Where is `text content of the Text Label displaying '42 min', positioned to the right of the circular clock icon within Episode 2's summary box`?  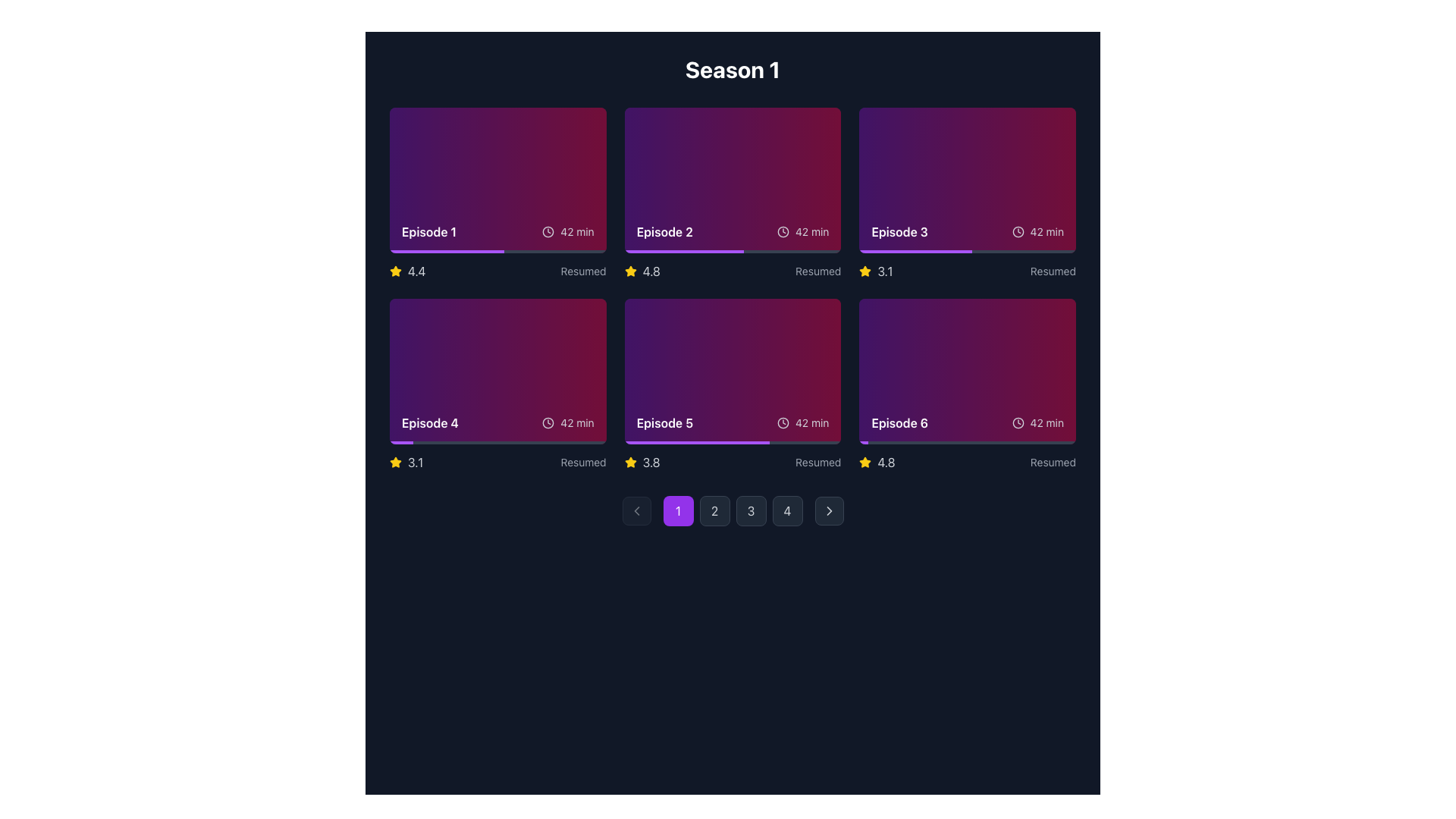 text content of the Text Label displaying '42 min', positioned to the right of the circular clock icon within Episode 2's summary box is located at coordinates (811, 231).